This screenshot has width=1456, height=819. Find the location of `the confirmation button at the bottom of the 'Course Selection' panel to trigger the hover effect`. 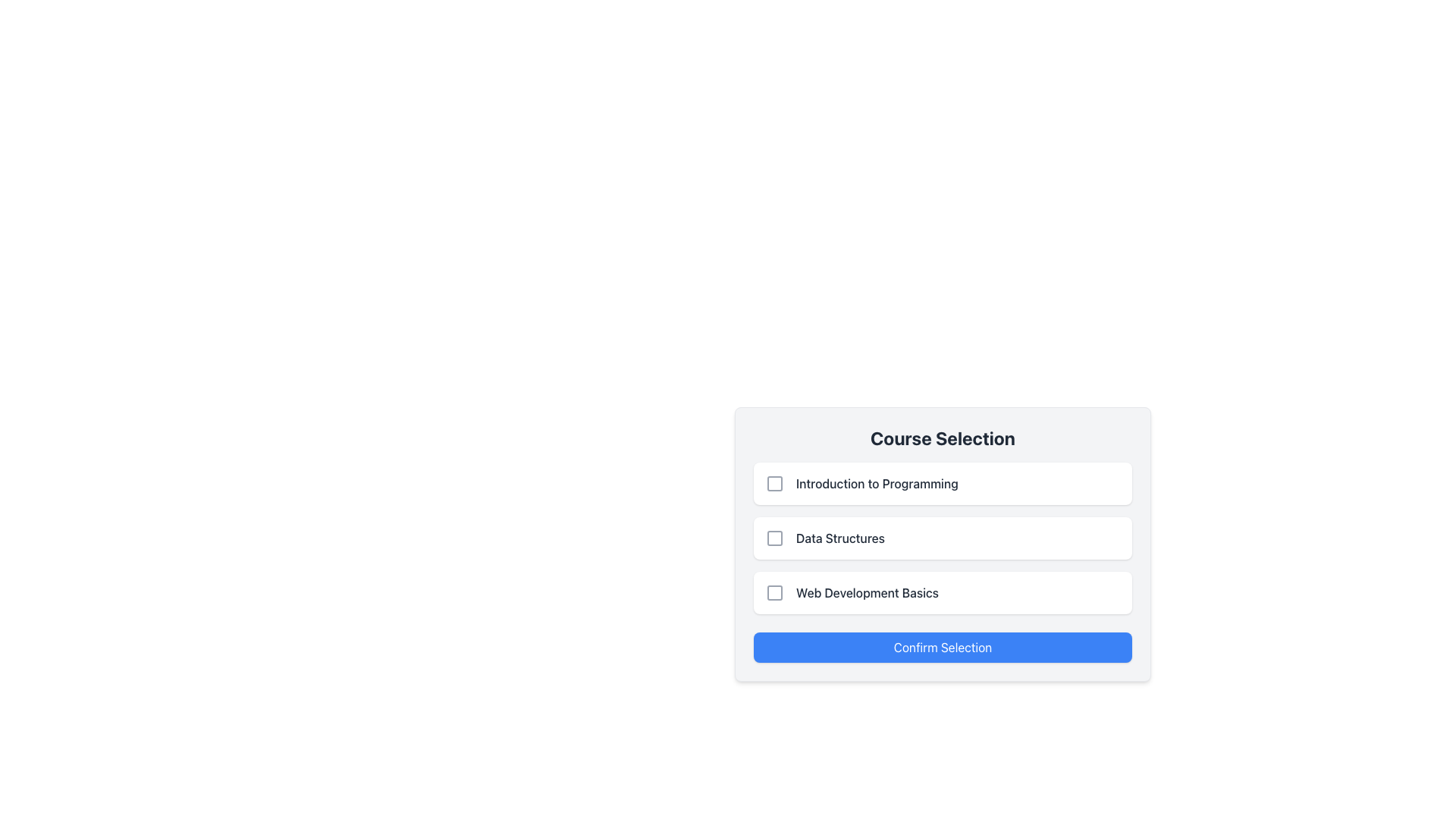

the confirmation button at the bottom of the 'Course Selection' panel to trigger the hover effect is located at coordinates (942, 647).